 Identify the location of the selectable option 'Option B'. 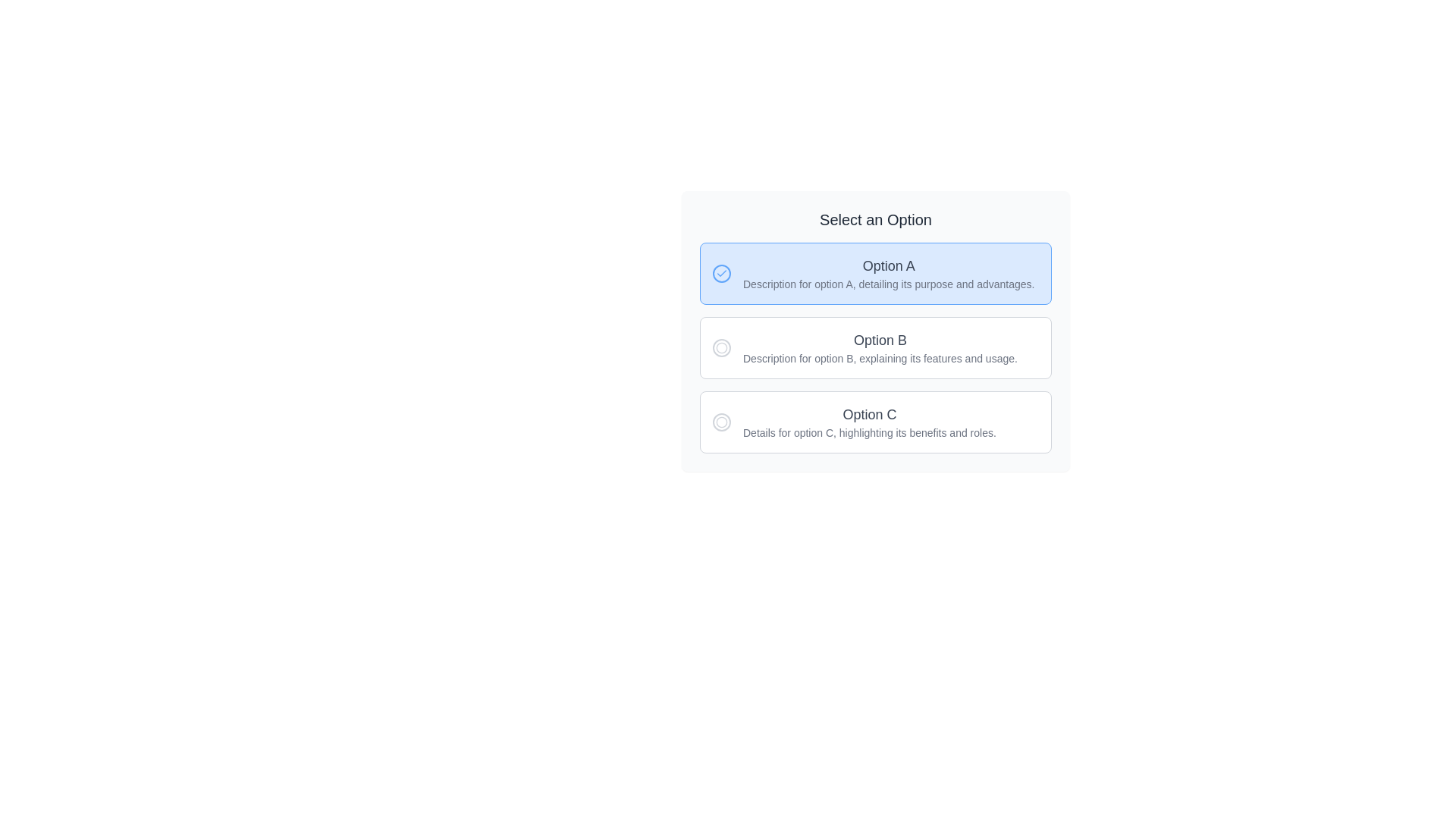
(880, 348).